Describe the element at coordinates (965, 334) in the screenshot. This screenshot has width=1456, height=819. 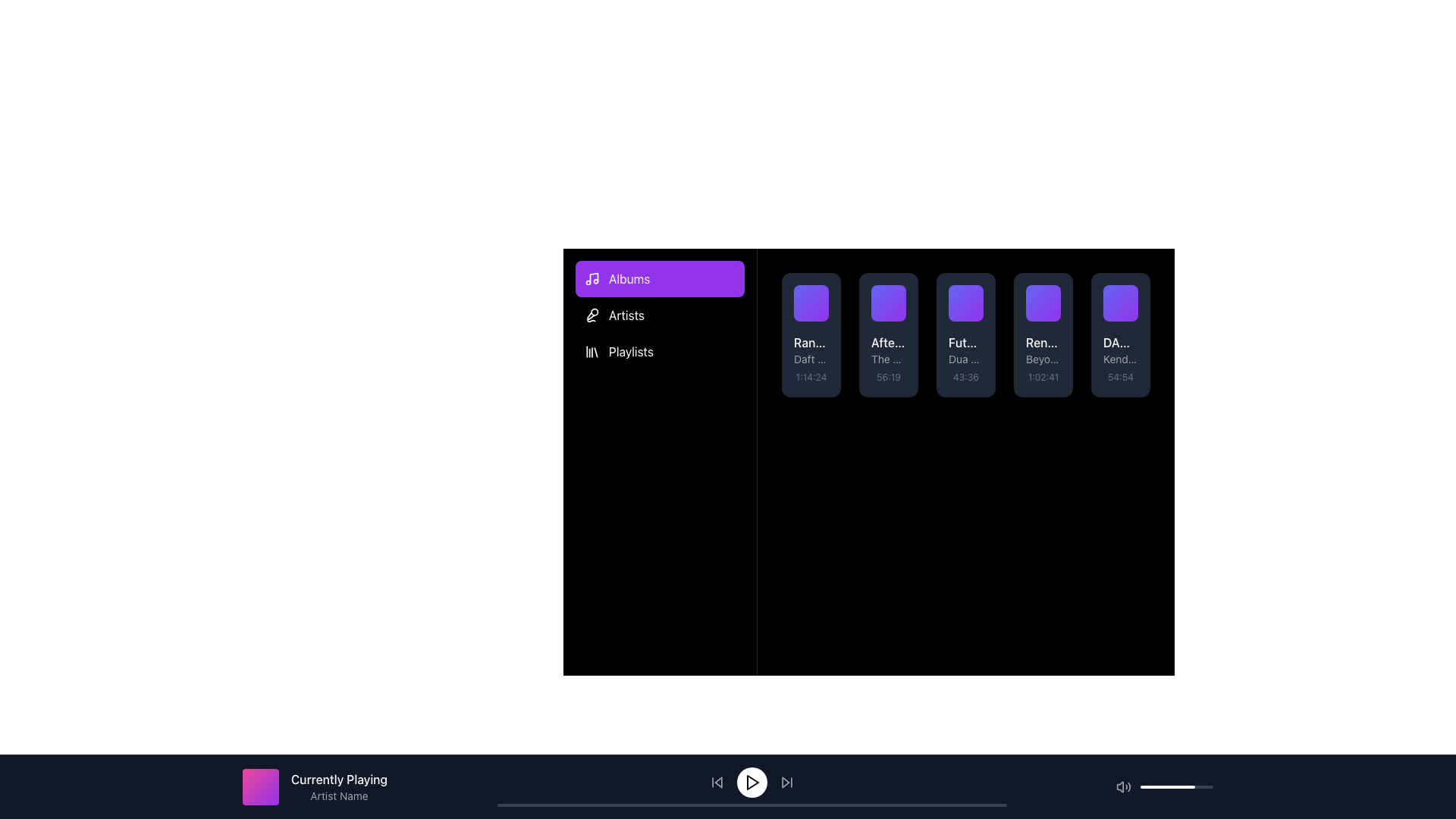
I see `the third media card from the left in a row of five cards to trigger the hover effect` at that location.